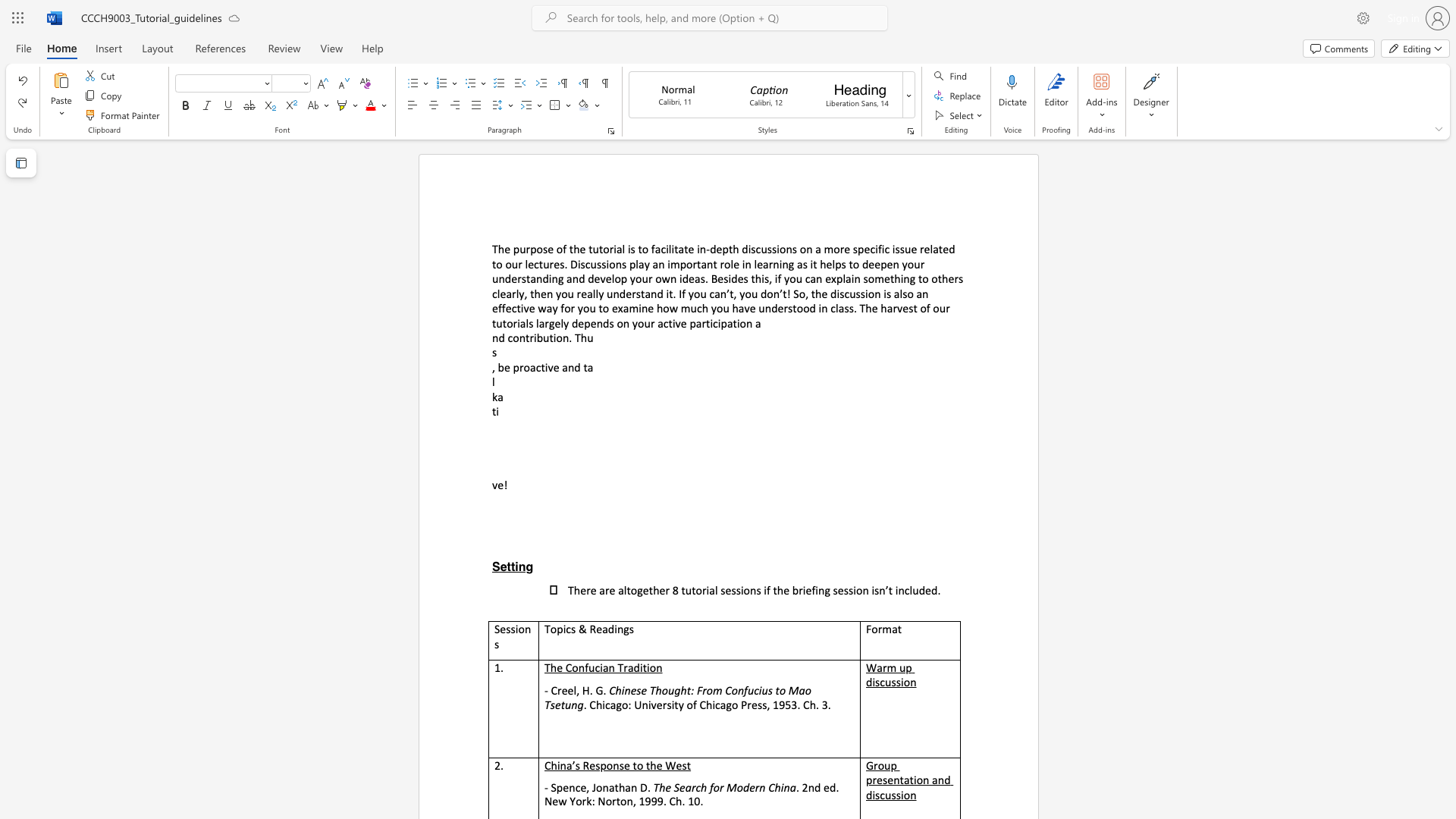  Describe the element at coordinates (550, 690) in the screenshot. I see `the subset text "Creel, H" within the text "- Creel, H. G."` at that location.